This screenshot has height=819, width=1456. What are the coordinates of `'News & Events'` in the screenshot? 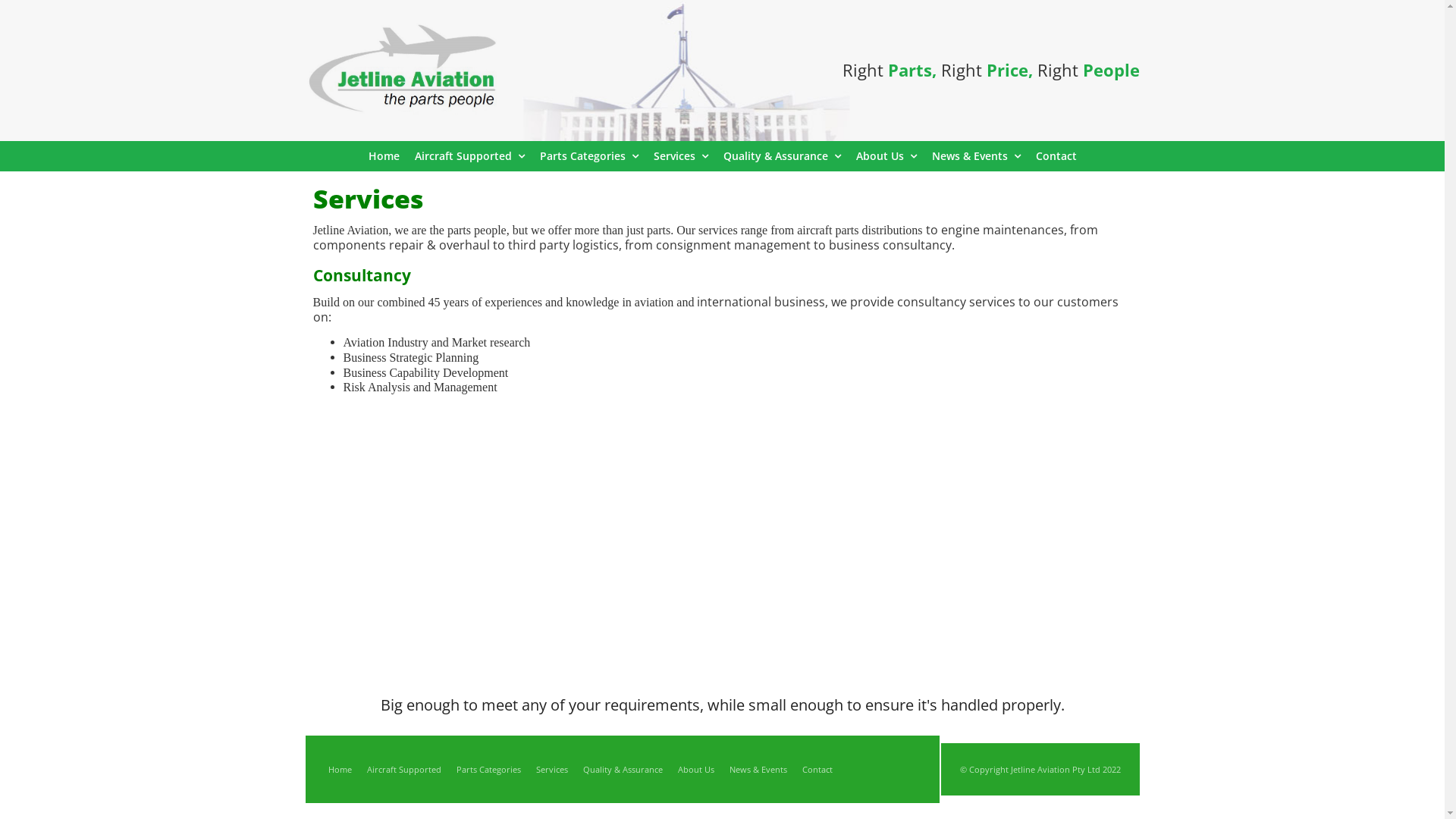 It's located at (758, 769).